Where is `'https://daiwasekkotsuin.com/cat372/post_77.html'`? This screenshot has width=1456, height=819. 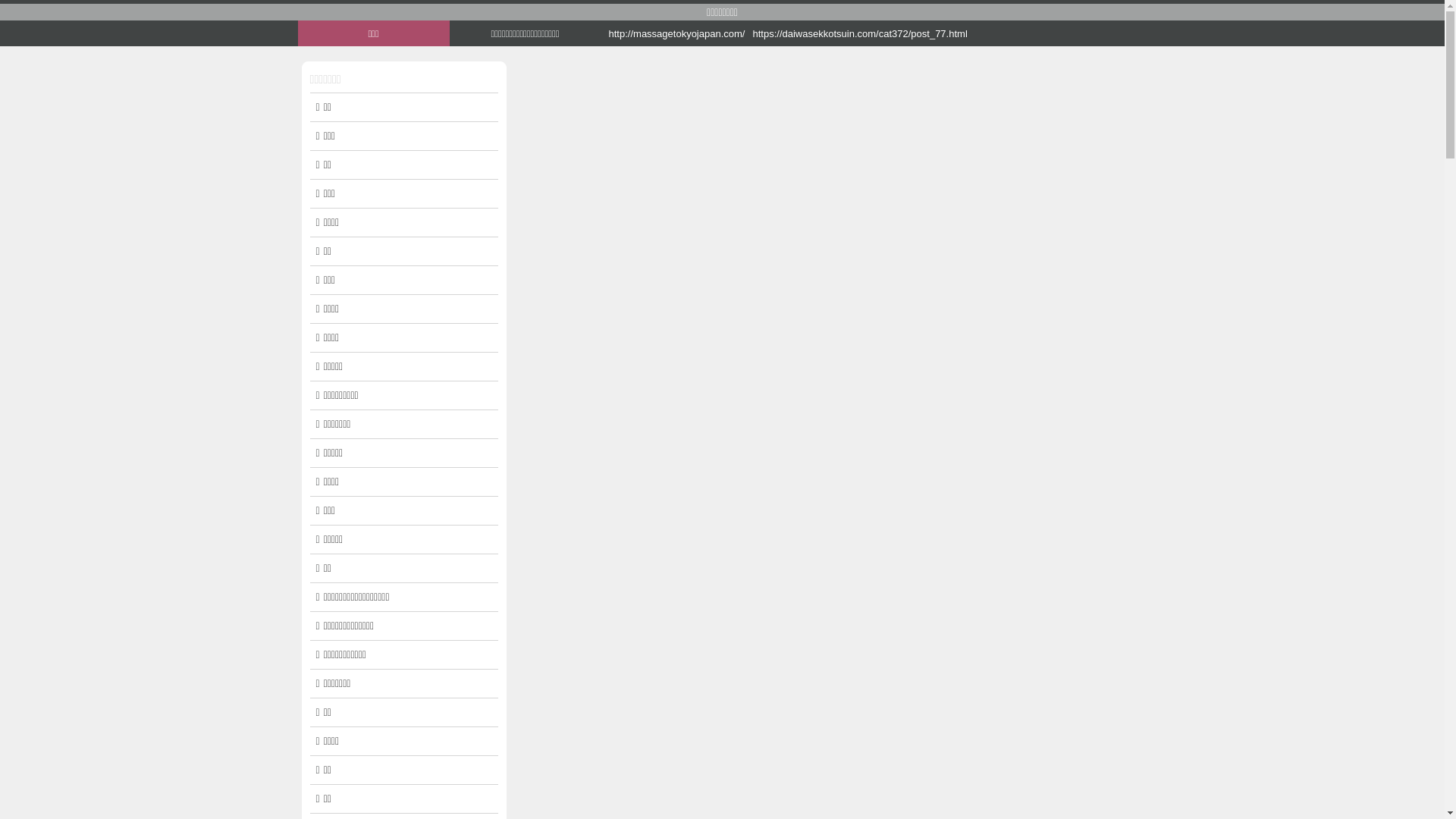
'https://daiwasekkotsuin.com/cat372/post_77.html' is located at coordinates (827, 33).